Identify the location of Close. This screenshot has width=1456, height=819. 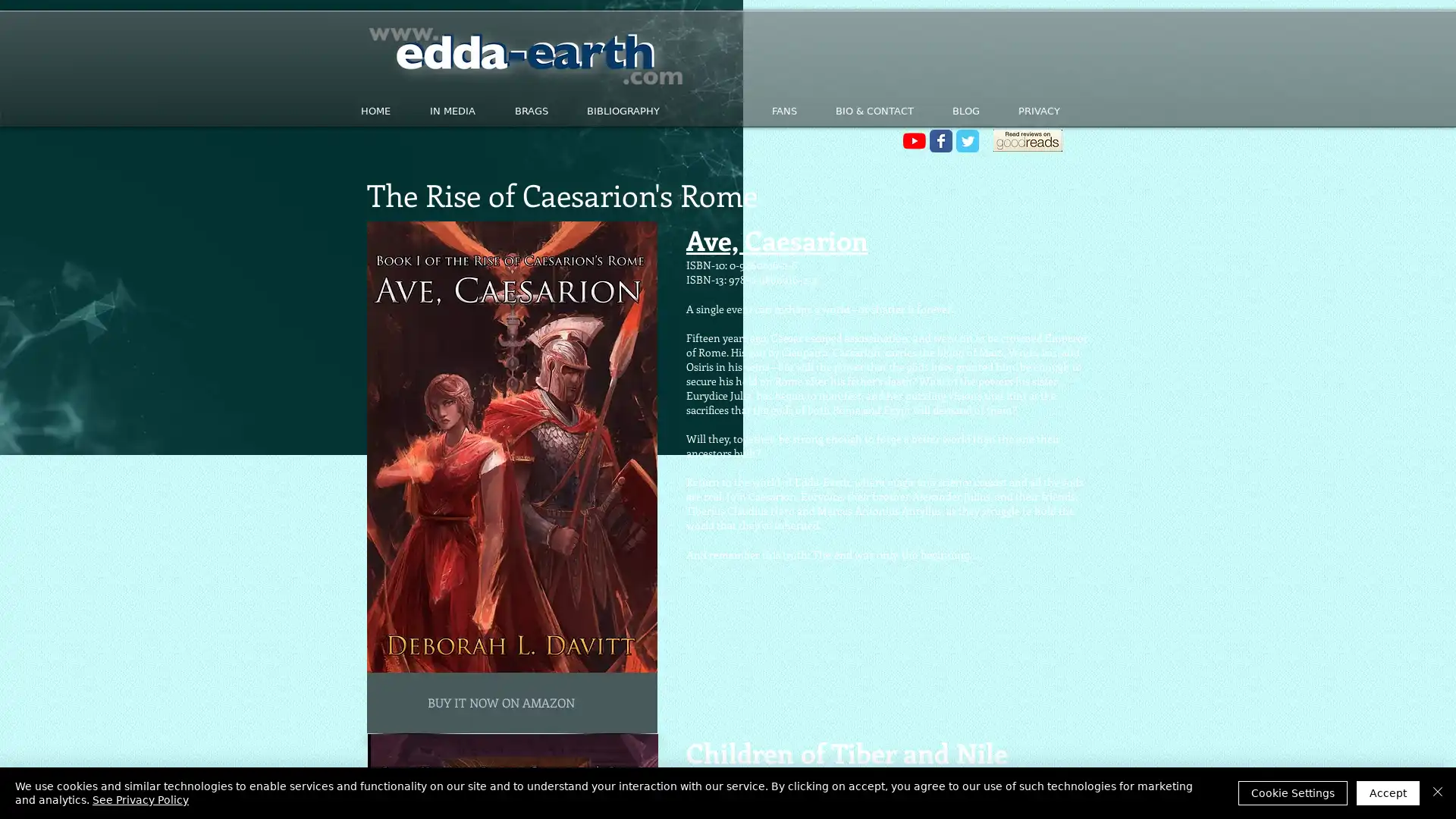
(1437, 792).